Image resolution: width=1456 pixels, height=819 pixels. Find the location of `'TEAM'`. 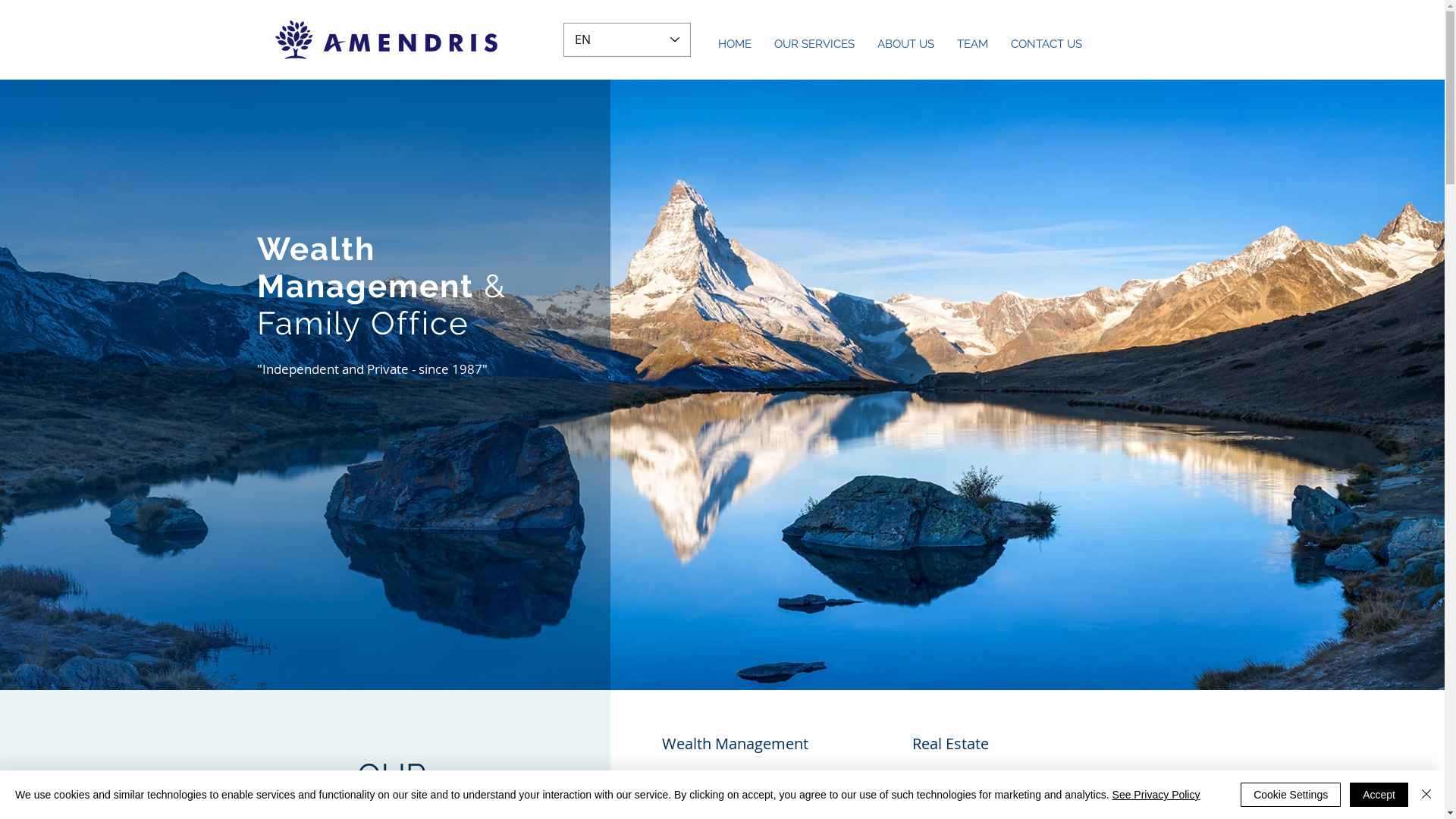

'TEAM' is located at coordinates (971, 42).